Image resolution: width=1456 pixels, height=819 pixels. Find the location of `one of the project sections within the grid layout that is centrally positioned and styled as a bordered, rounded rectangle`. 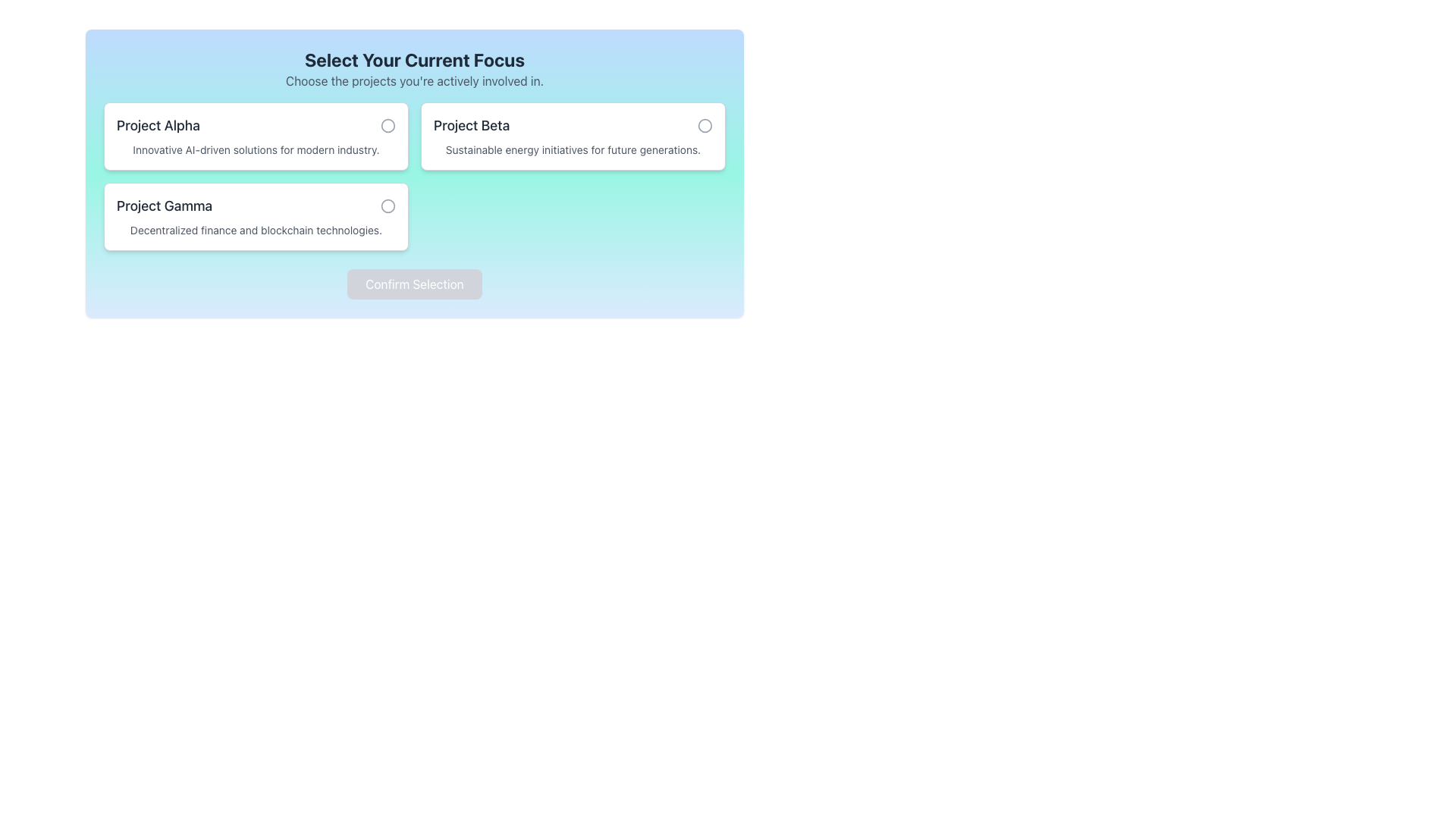

one of the project sections within the grid layout that is centrally positioned and styled as a bordered, rounded rectangle is located at coordinates (415, 175).